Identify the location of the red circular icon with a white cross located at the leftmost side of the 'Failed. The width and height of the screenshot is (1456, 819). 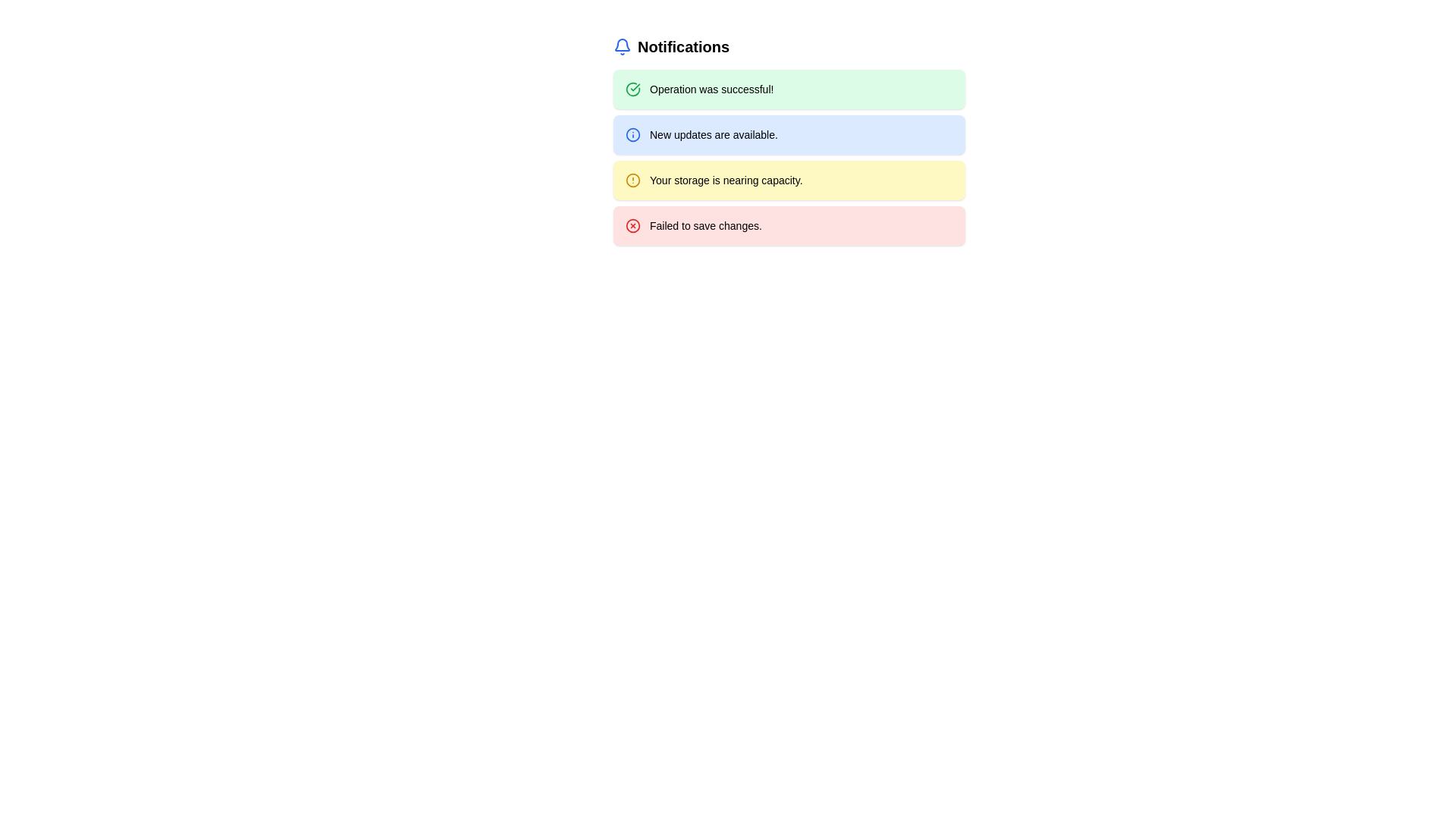
(633, 225).